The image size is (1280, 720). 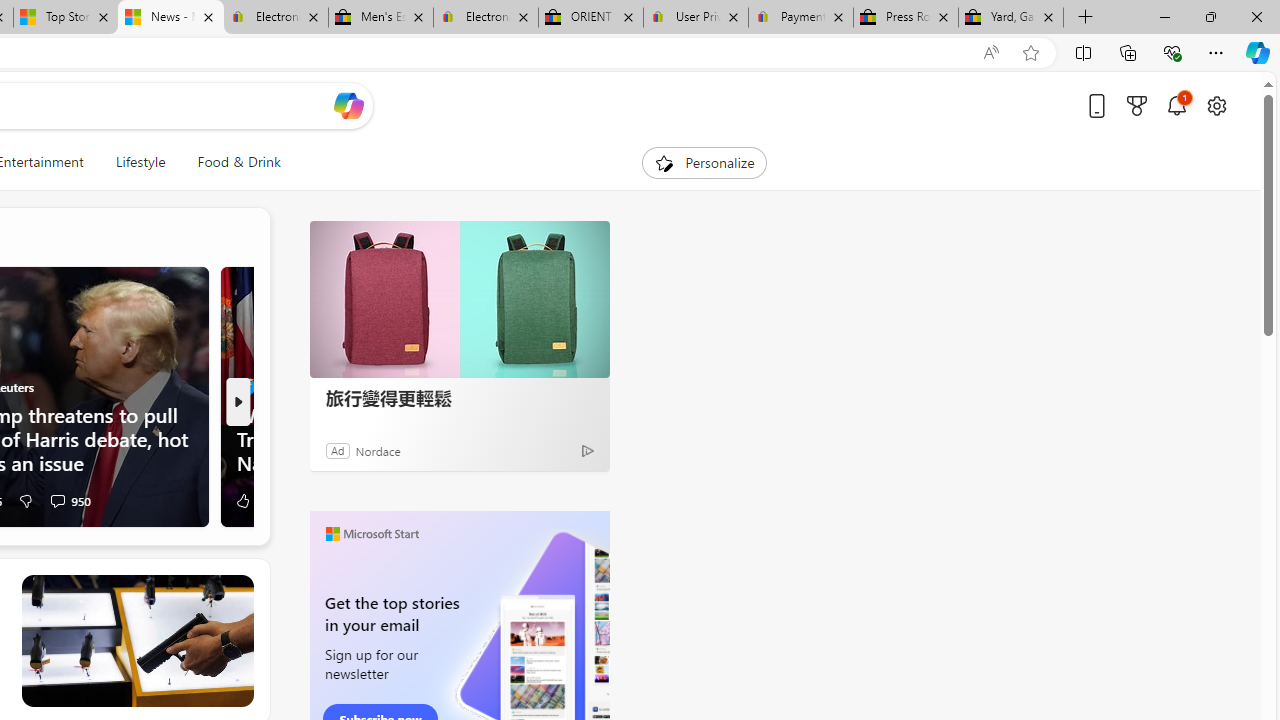 What do you see at coordinates (704, 162) in the screenshot?
I see `'Personalize'` at bounding box center [704, 162].